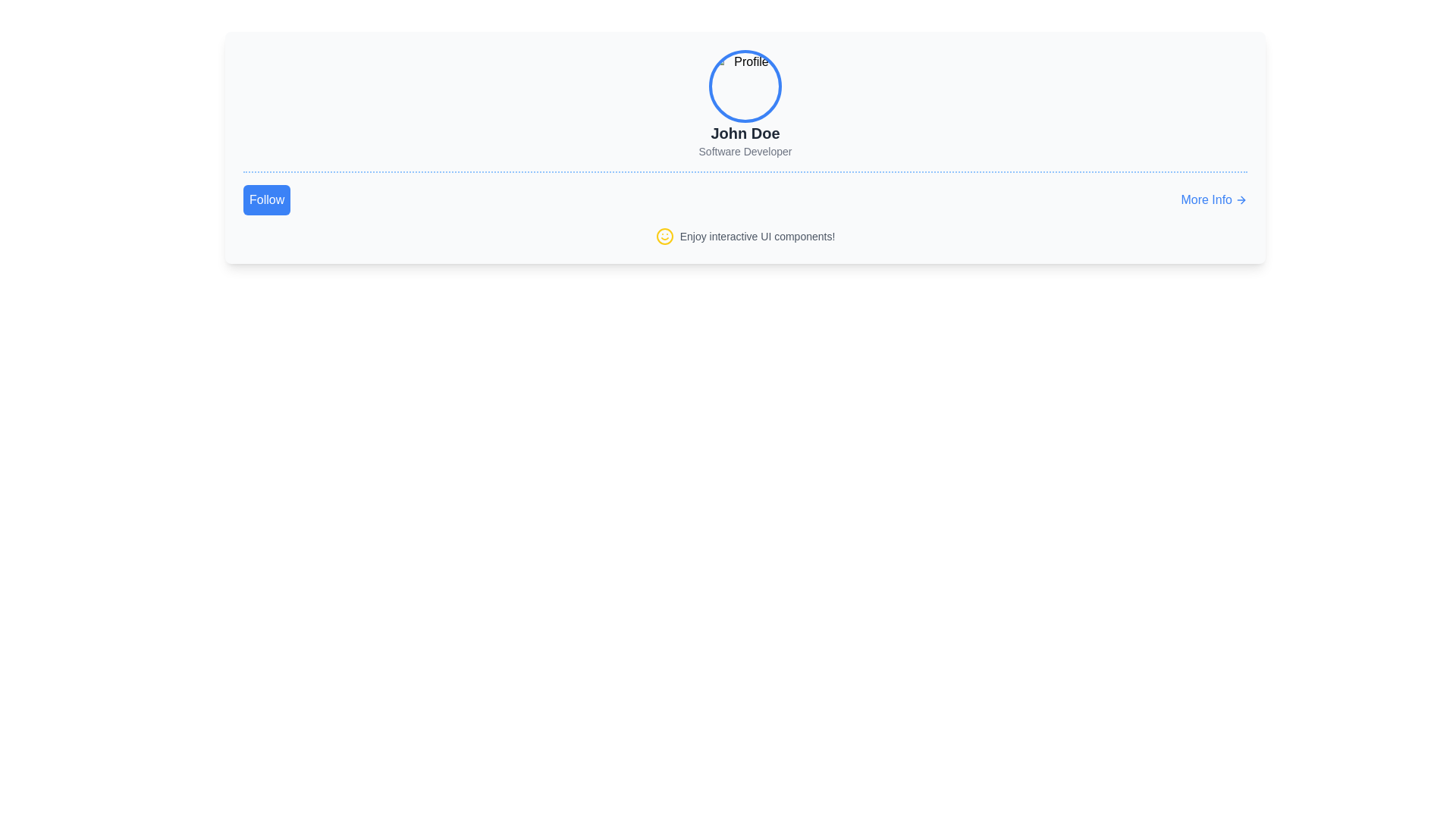 The image size is (1456, 819). Describe the element at coordinates (1214, 199) in the screenshot. I see `the 'More Info' hyperlink with an adjacent arrow icon` at that location.